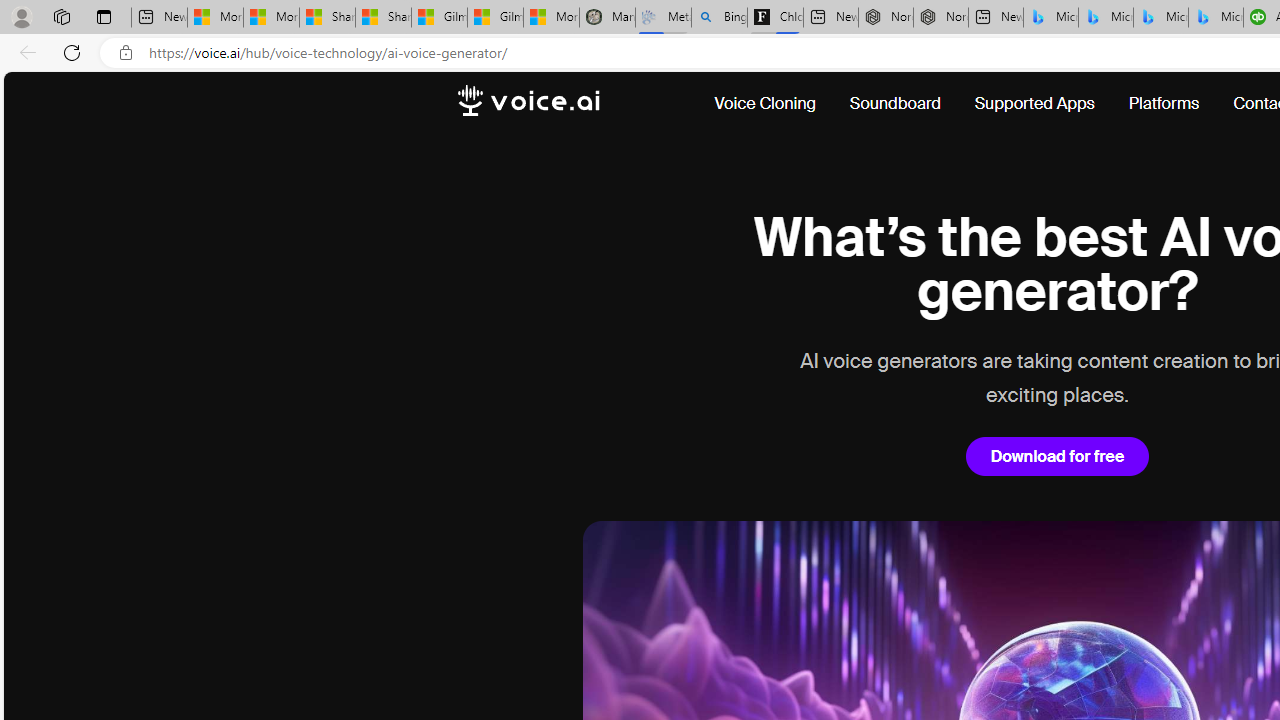  What do you see at coordinates (1056, 456) in the screenshot?
I see `'Download for free'` at bounding box center [1056, 456].